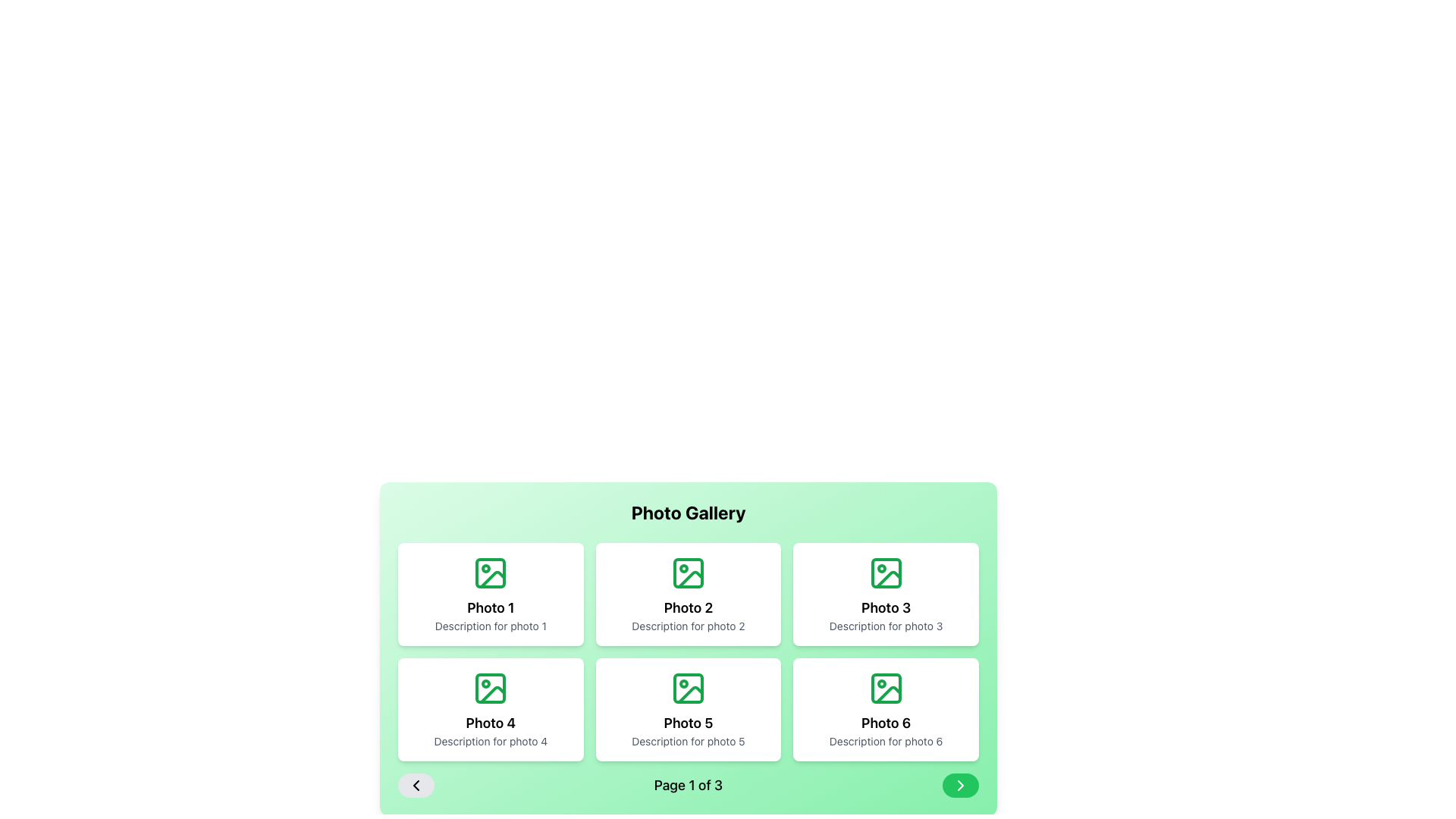  I want to click on the SVG icon with a green border and mountain-like shape located in the 'Photo Gallery' section, above the label 'Photo 4', so click(491, 688).